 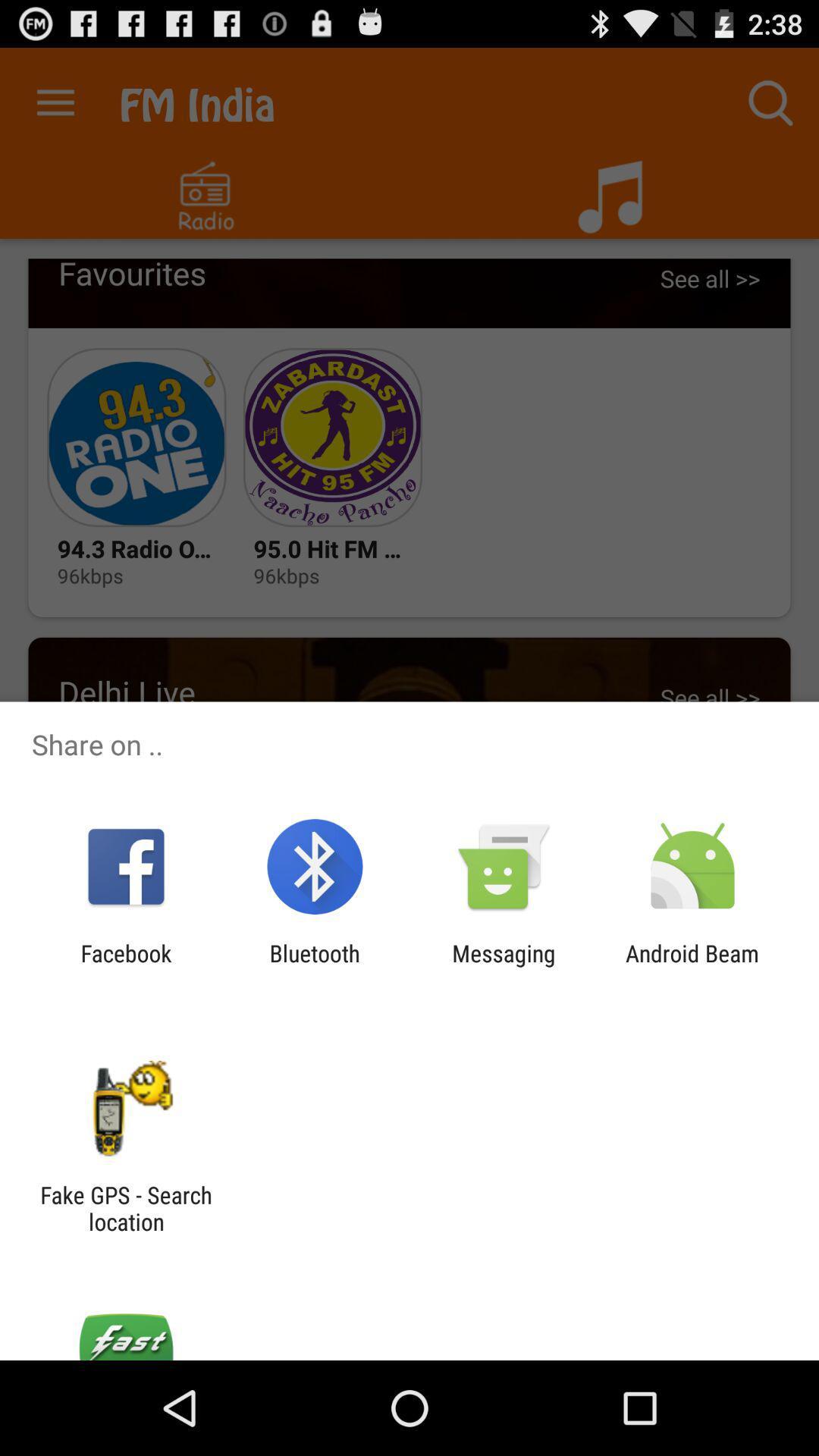 I want to click on the messaging, so click(x=504, y=966).